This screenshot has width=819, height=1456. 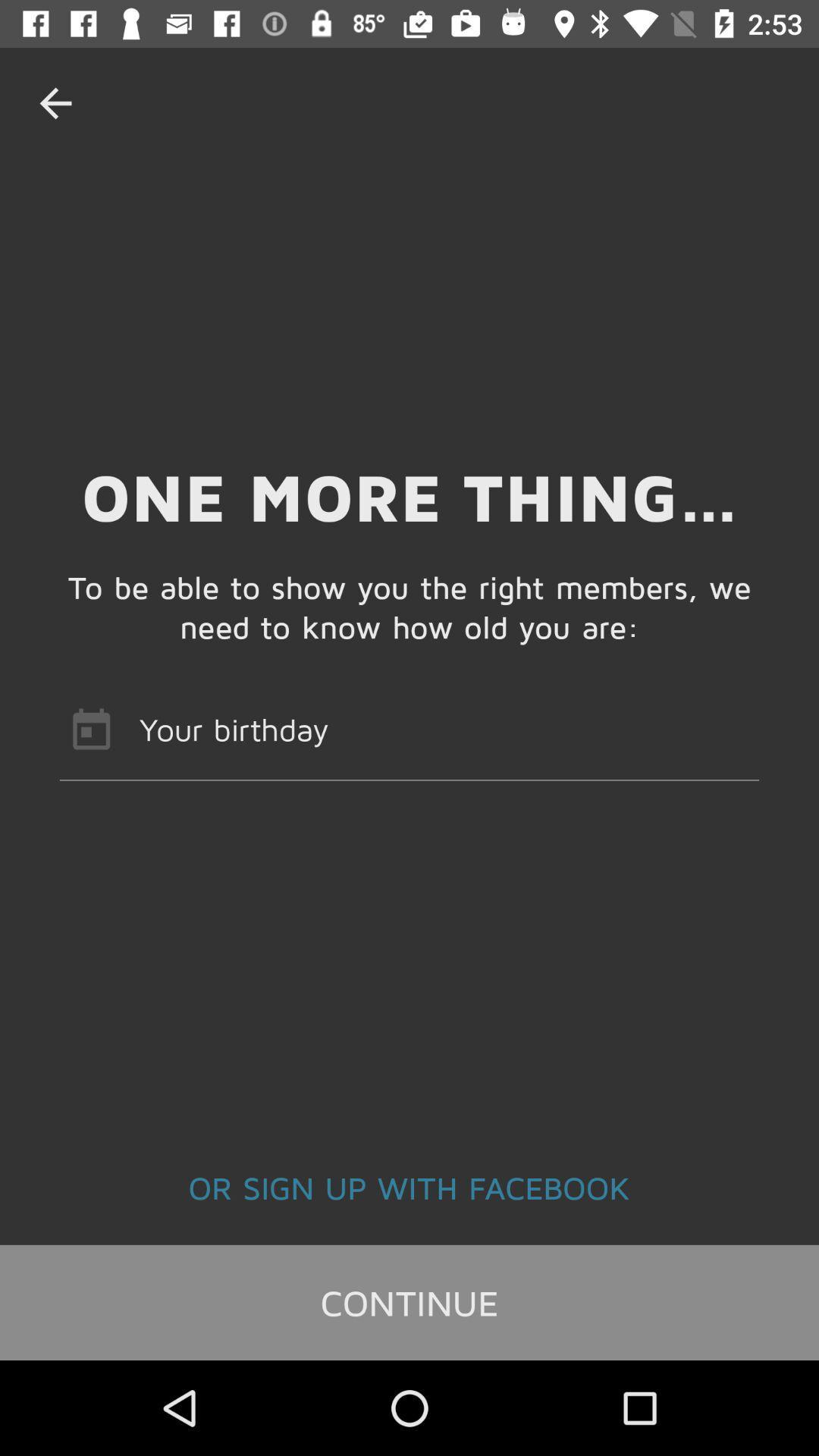 I want to click on item at the top left corner, so click(x=55, y=102).